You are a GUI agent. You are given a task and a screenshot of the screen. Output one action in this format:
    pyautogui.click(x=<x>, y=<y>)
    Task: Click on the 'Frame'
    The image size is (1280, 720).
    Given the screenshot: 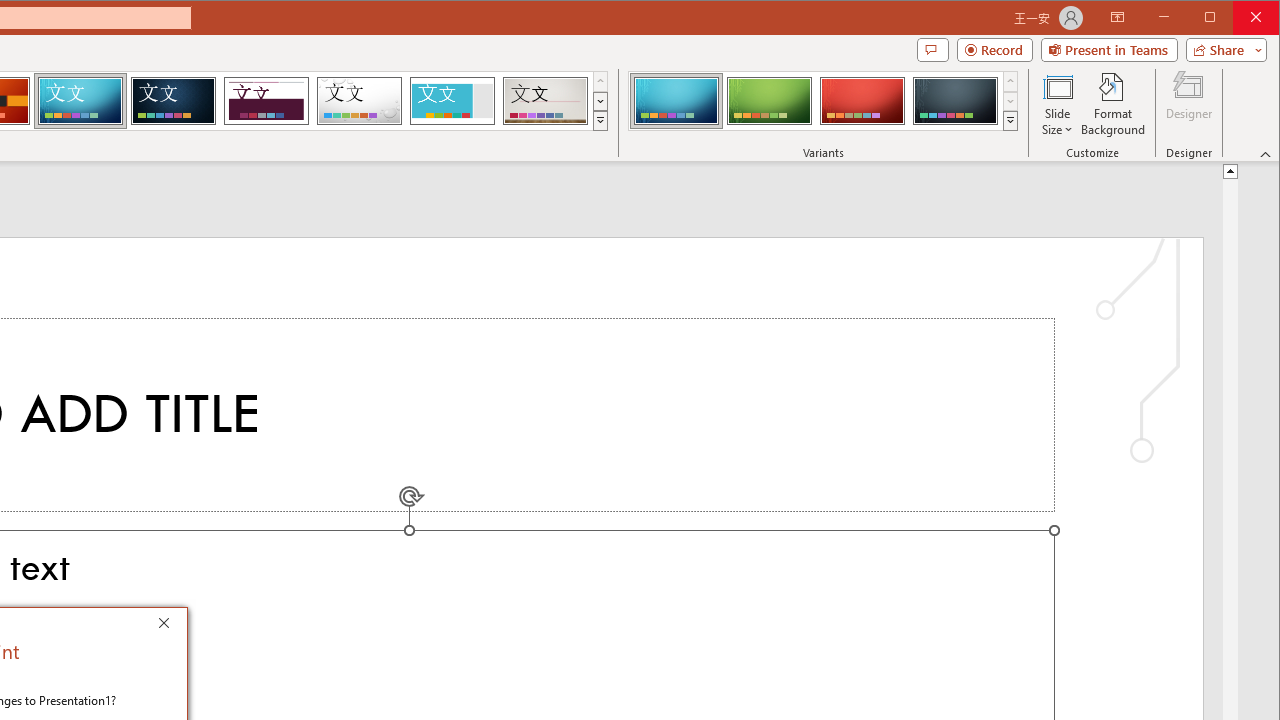 What is the action you would take?
    pyautogui.click(x=451, y=100)
    